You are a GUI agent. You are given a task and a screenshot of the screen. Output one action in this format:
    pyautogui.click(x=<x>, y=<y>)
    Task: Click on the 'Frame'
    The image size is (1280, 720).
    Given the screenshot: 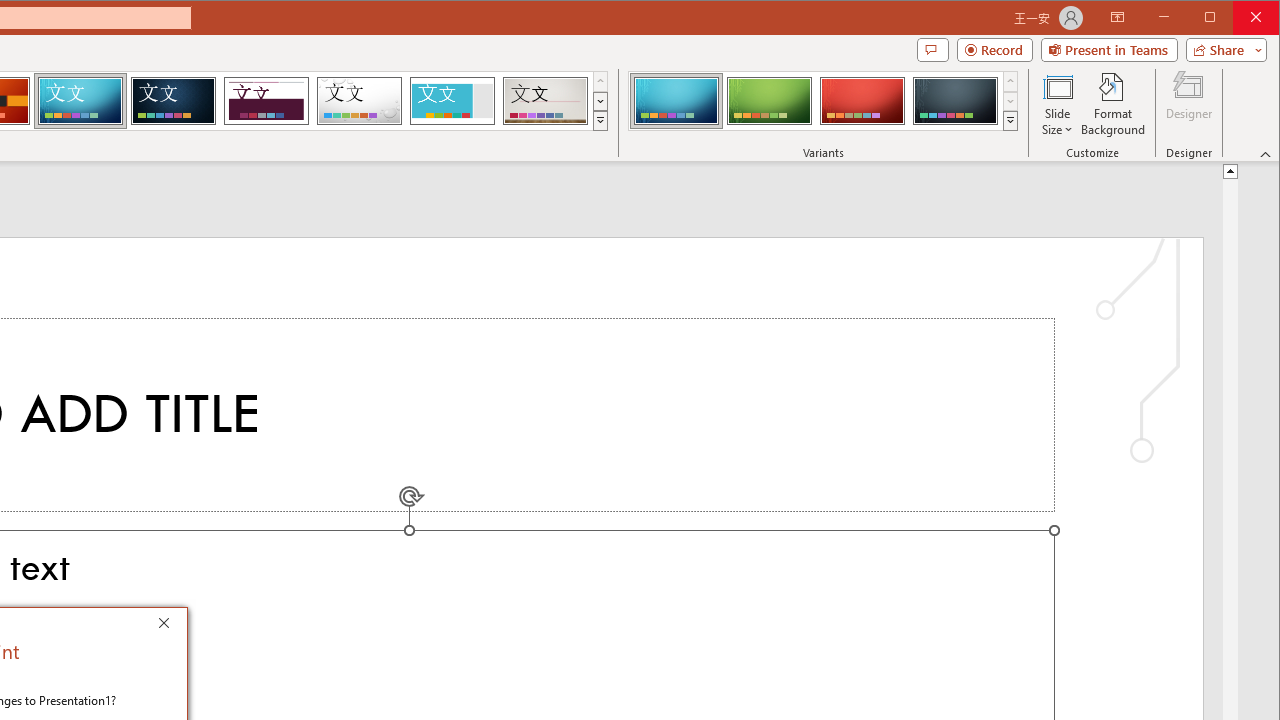 What is the action you would take?
    pyautogui.click(x=451, y=100)
    